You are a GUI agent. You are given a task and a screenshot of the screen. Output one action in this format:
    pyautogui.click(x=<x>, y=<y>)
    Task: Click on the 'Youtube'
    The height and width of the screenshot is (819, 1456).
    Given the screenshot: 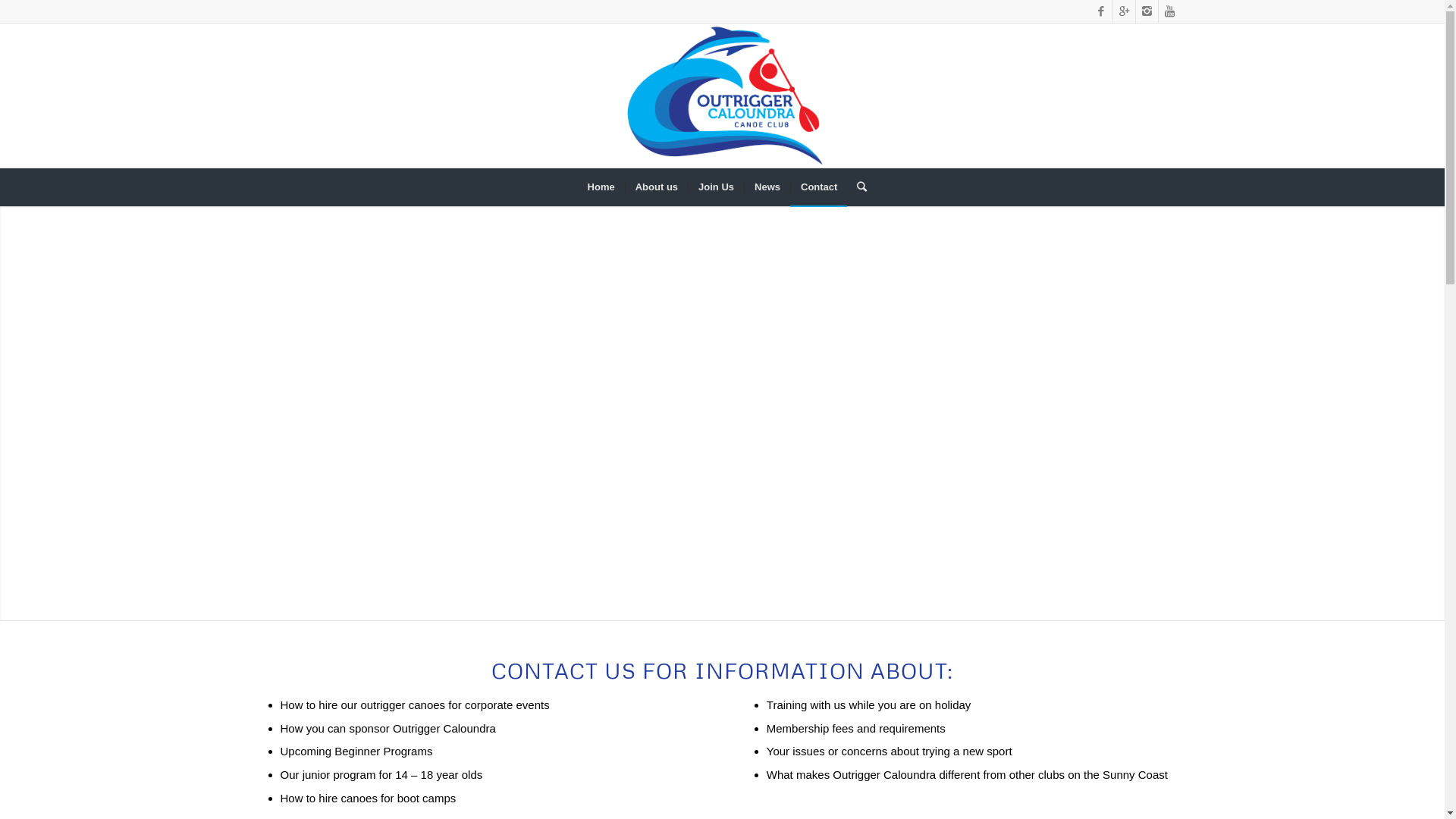 What is the action you would take?
    pyautogui.click(x=1169, y=11)
    